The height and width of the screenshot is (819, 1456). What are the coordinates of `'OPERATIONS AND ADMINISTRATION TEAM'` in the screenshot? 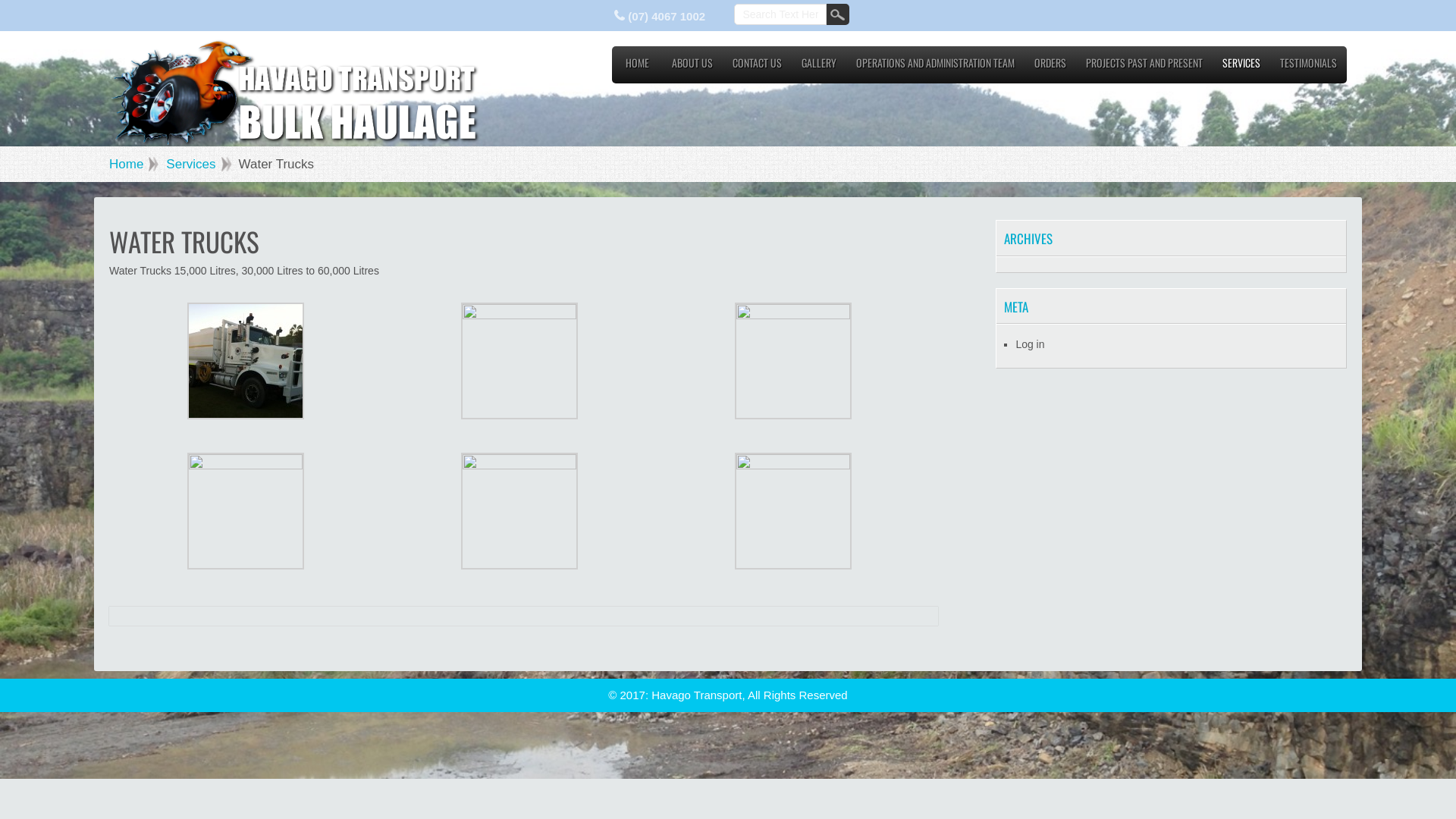 It's located at (847, 66).